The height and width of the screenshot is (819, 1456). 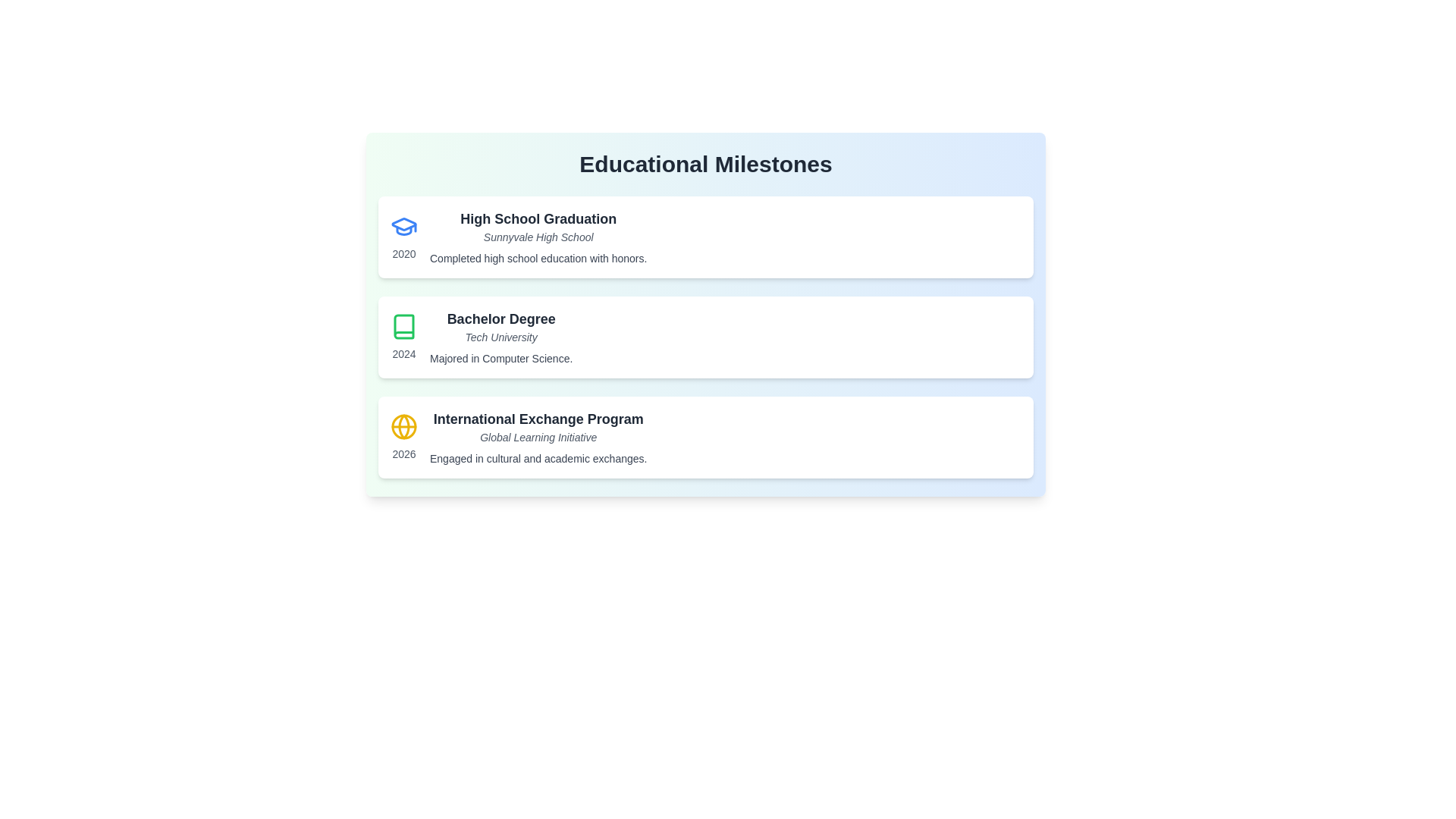 What do you see at coordinates (538, 438) in the screenshot?
I see `text label positioned below the title 'International Exchange Program', which provides supplementary details or a tagline` at bounding box center [538, 438].